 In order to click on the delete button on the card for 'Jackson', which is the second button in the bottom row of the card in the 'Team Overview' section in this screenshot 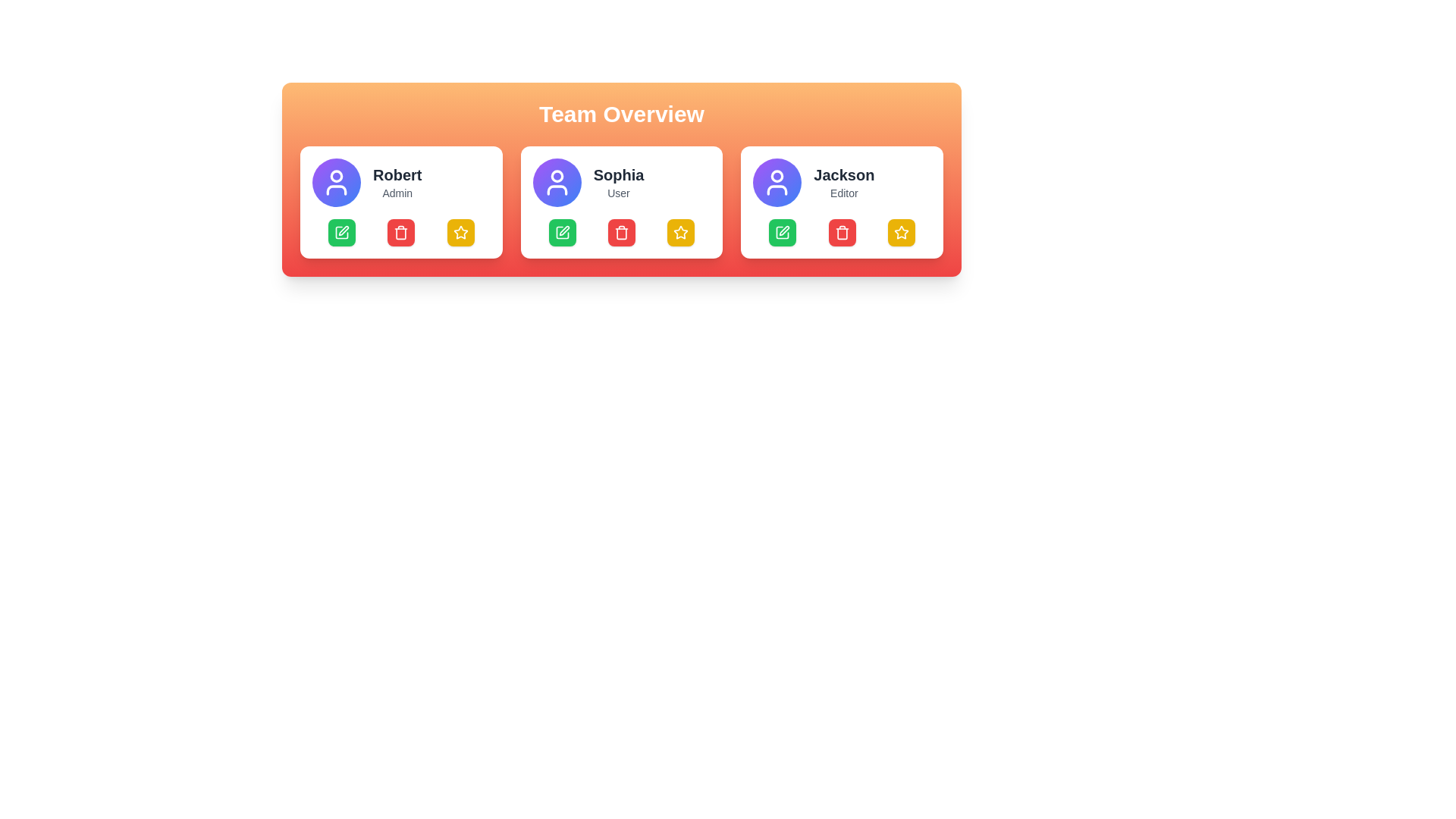, I will do `click(841, 233)`.